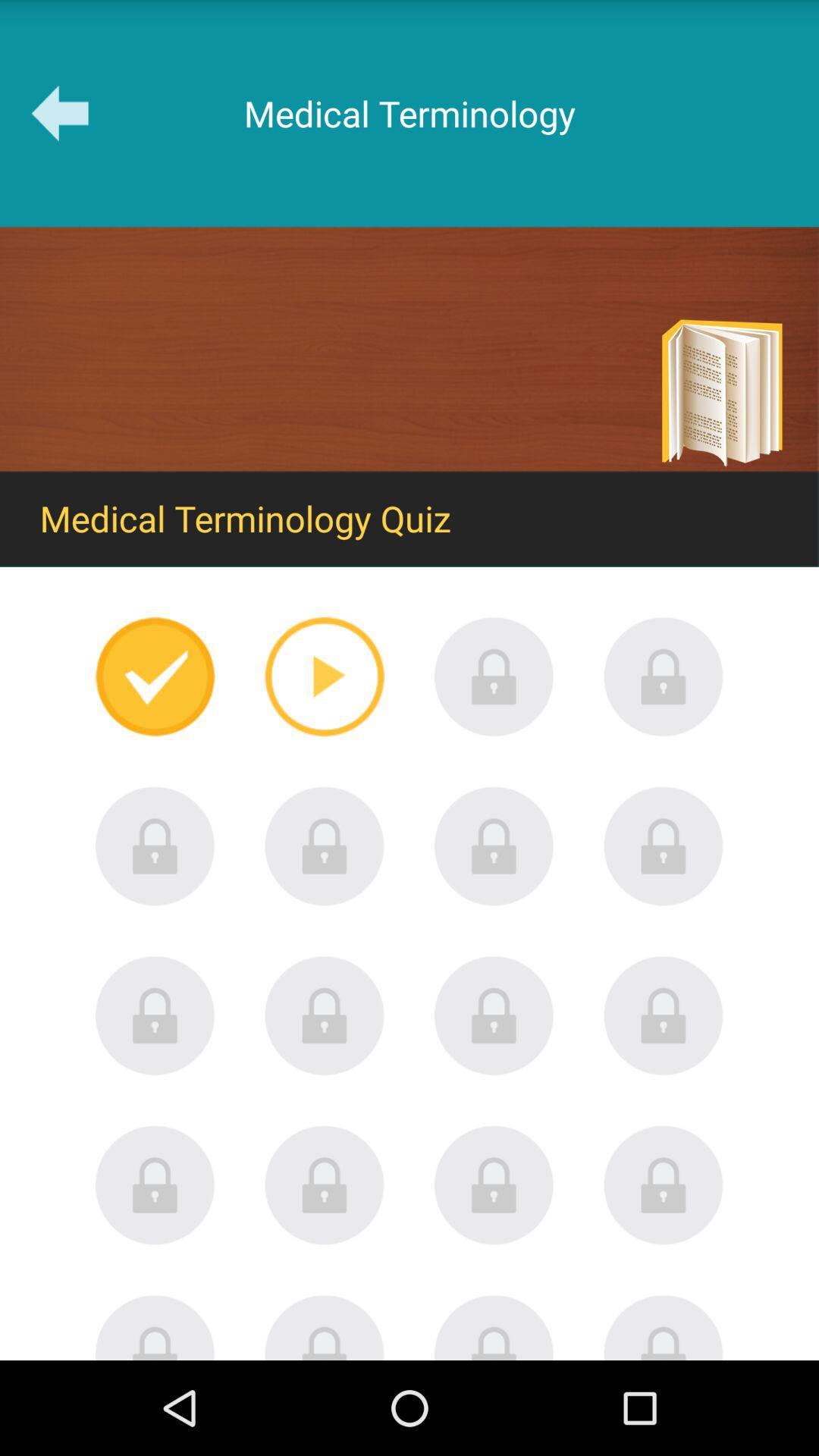 This screenshot has height=1456, width=819. What do you see at coordinates (663, 1326) in the screenshot?
I see `locked until other games completed` at bounding box center [663, 1326].